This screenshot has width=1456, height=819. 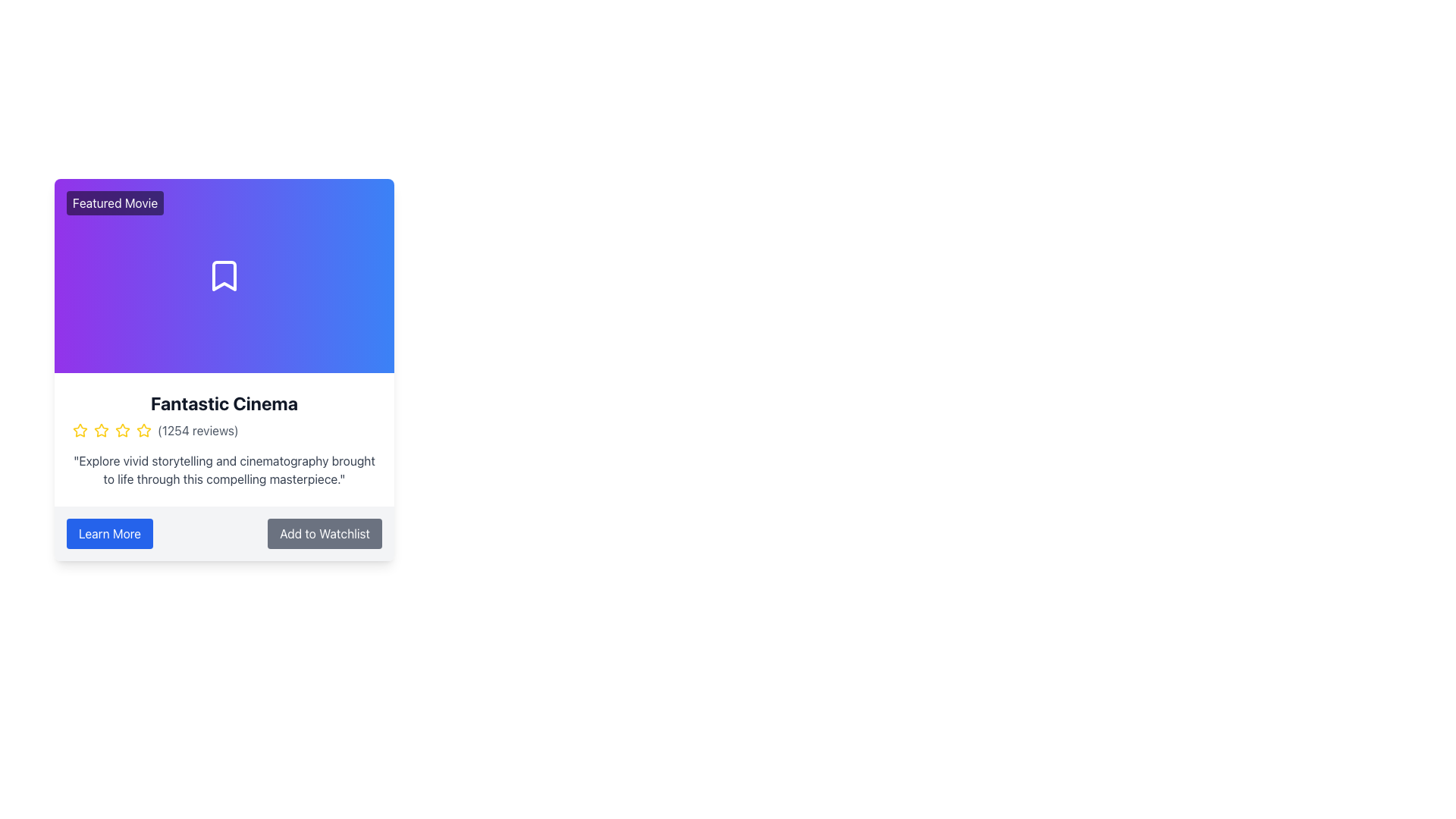 I want to click on the Text Label that displays the review count next to the yellow star icons in the rating section of the card titled 'Fantastic Cinema', so click(x=197, y=430).